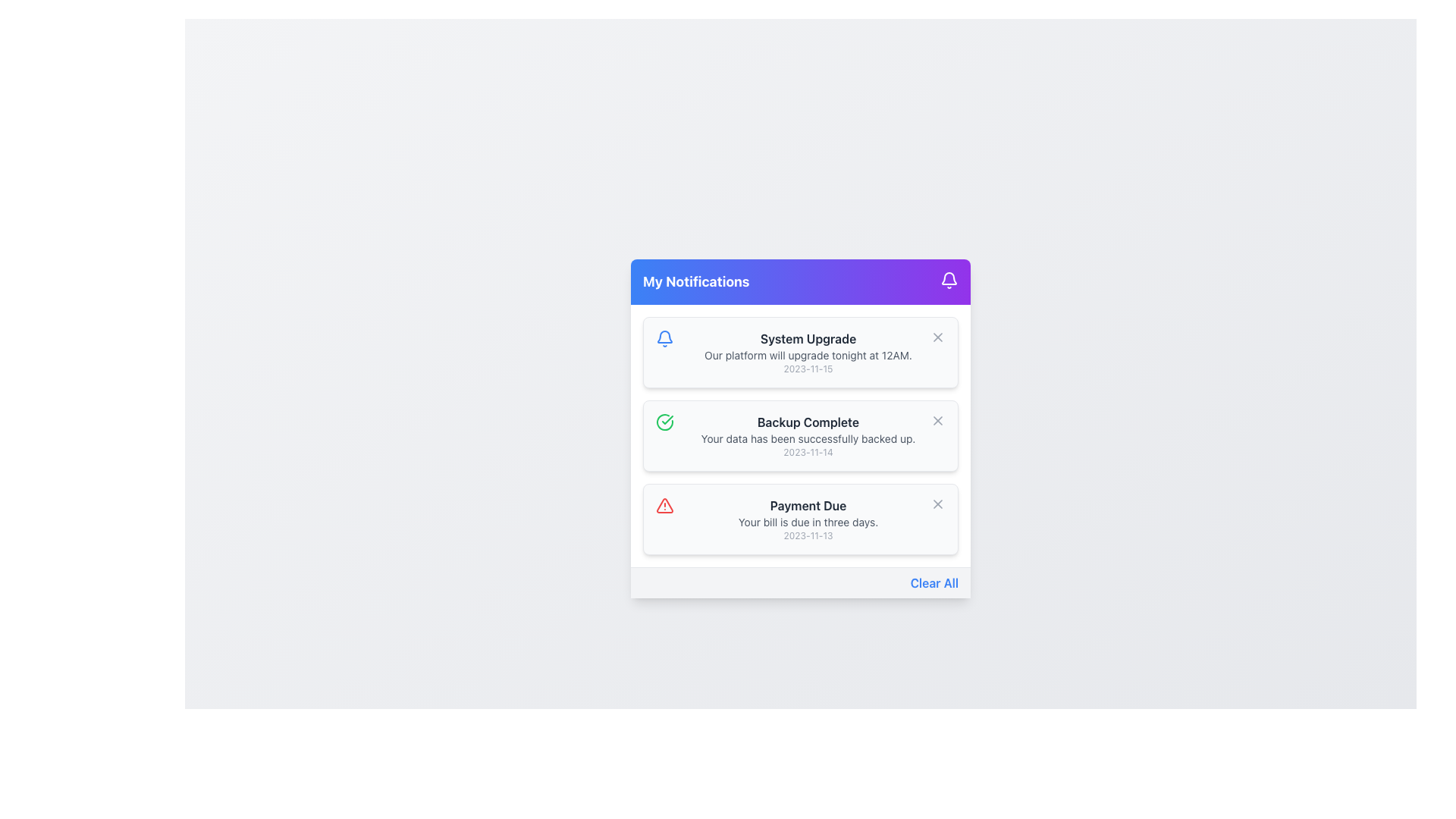 This screenshot has width=1456, height=819. Describe the element at coordinates (807, 505) in the screenshot. I see `the static text displaying 'Payment Due' in bold within the third notification card, positioned above the due information` at that location.